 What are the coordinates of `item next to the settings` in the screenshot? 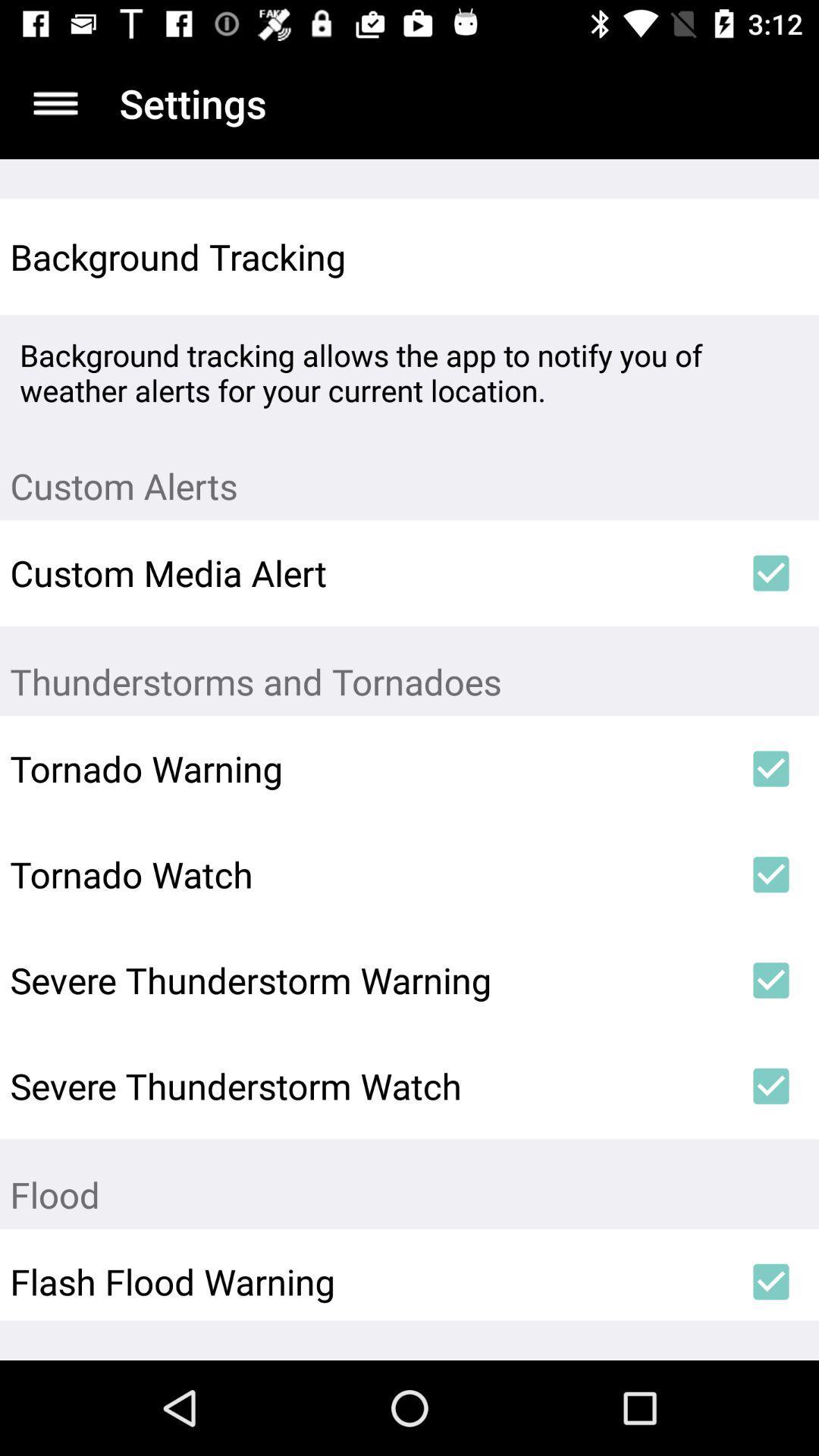 It's located at (55, 102).